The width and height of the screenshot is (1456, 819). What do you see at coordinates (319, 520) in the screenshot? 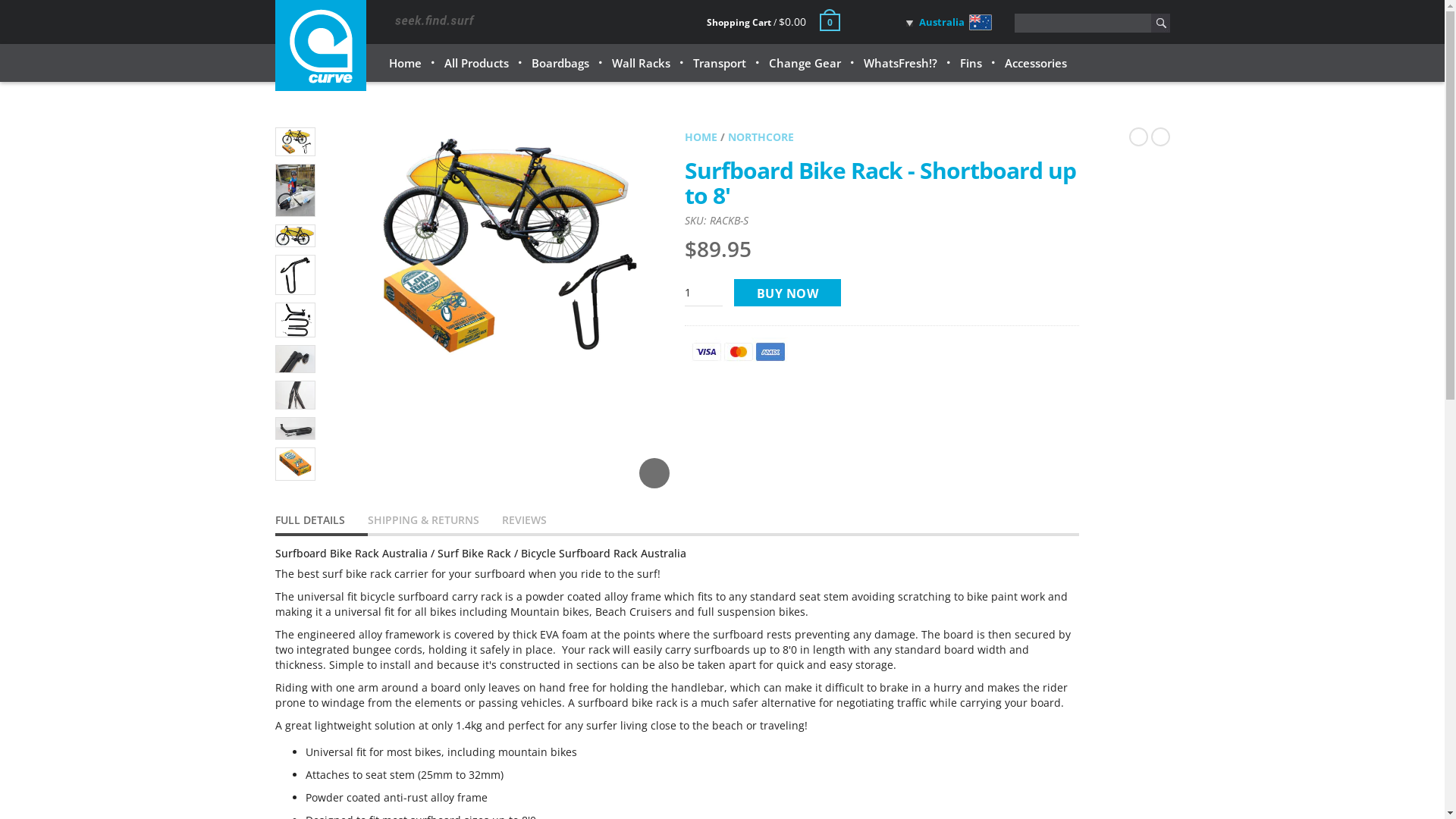
I see `'FULL DETAILS'` at bounding box center [319, 520].